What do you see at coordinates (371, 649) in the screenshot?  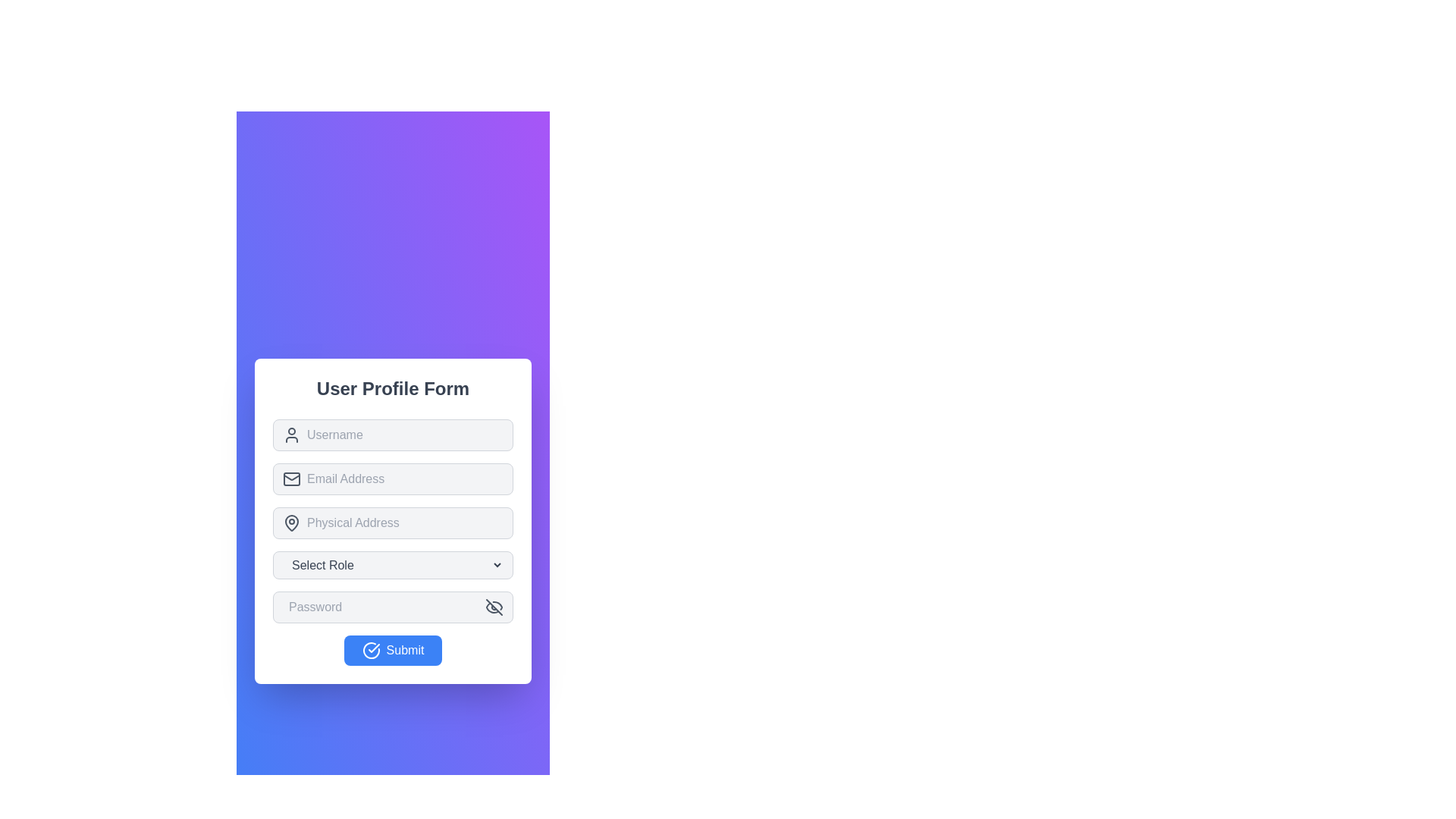 I see `the success icon embedded within the 'Submit' button located at the bottom of the user profile form` at bounding box center [371, 649].